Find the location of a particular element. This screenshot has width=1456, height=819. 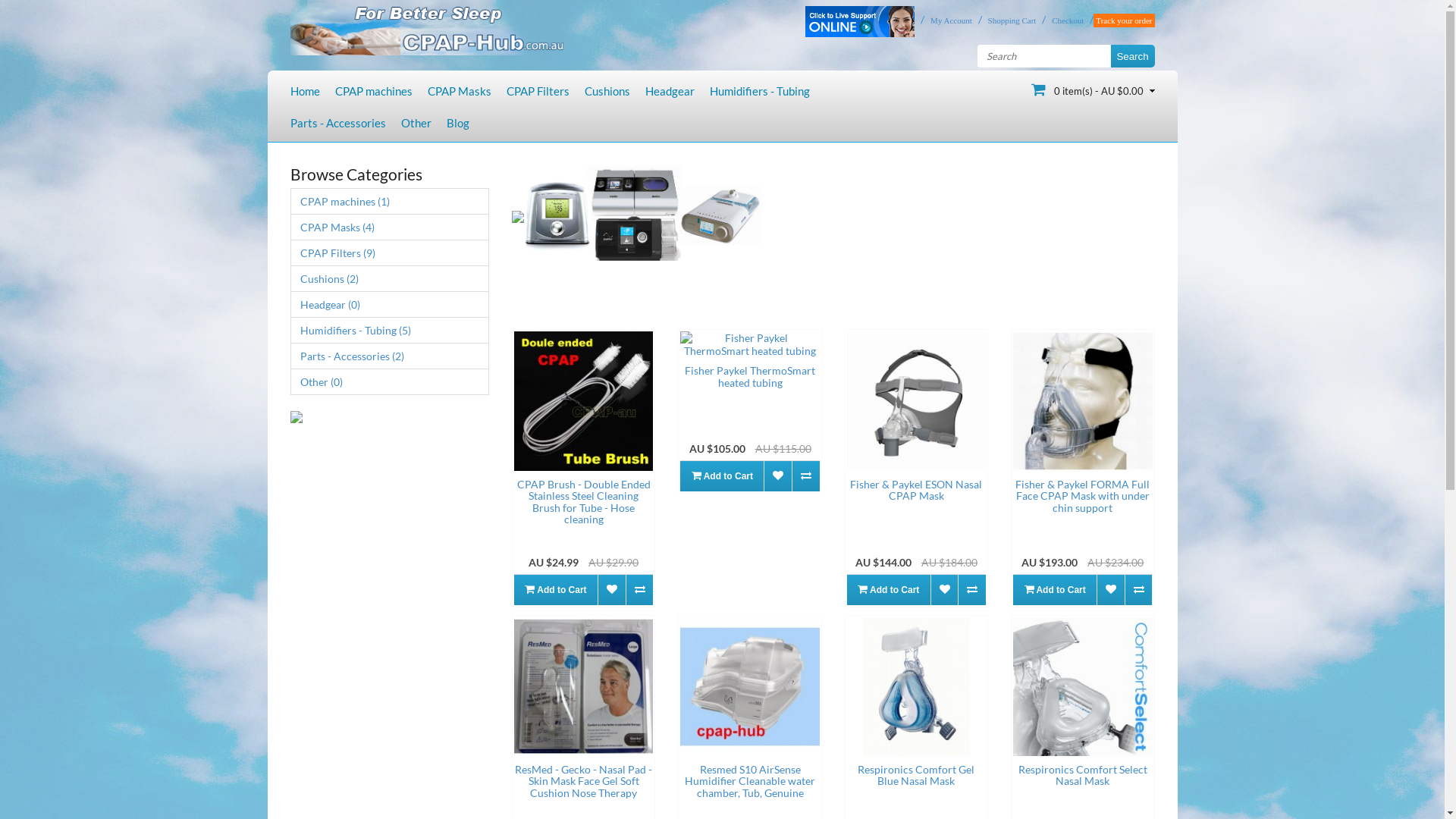

'Track your order' is located at coordinates (1093, 20).